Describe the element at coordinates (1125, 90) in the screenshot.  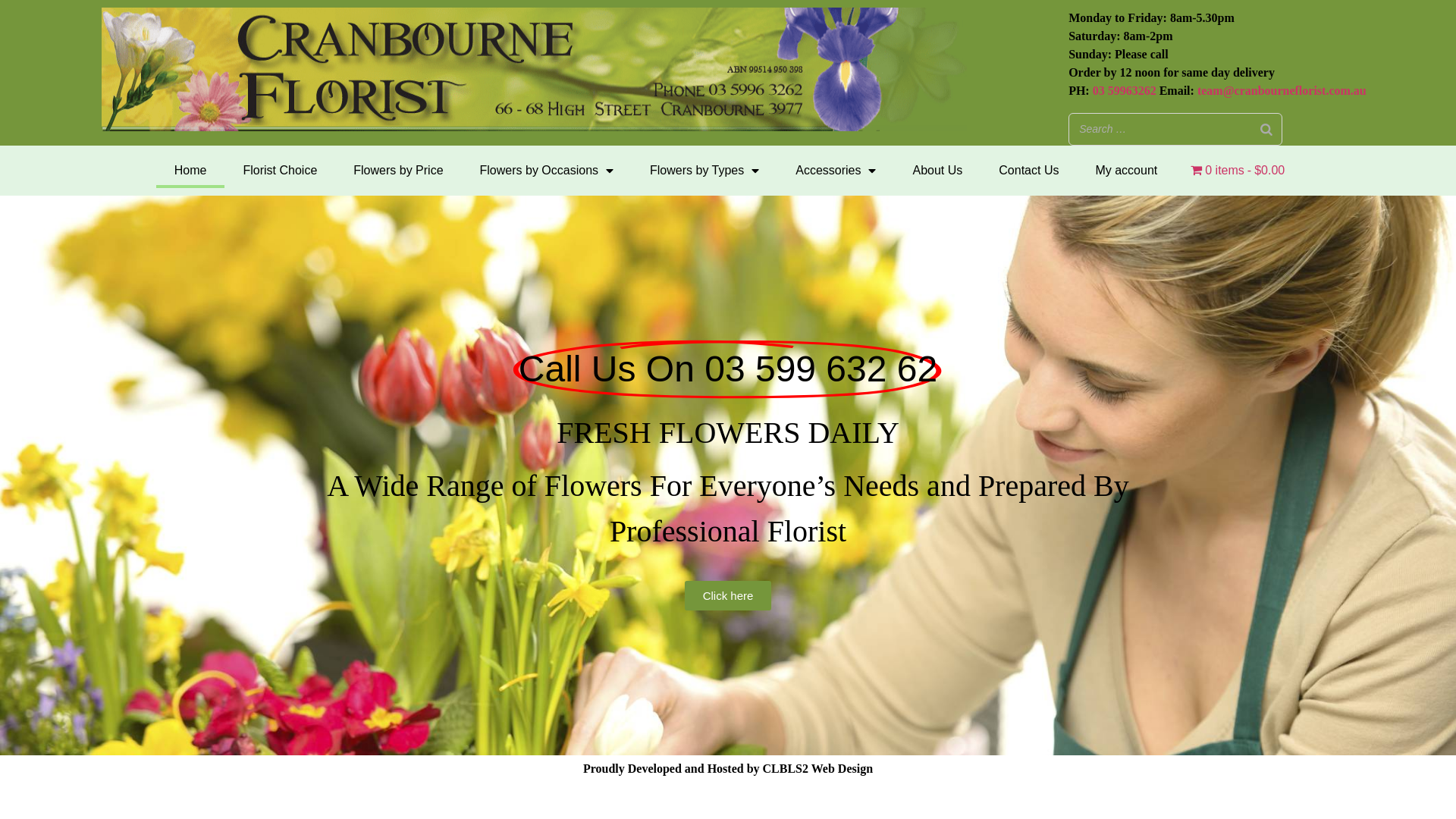
I see `'03 59963262'` at that location.